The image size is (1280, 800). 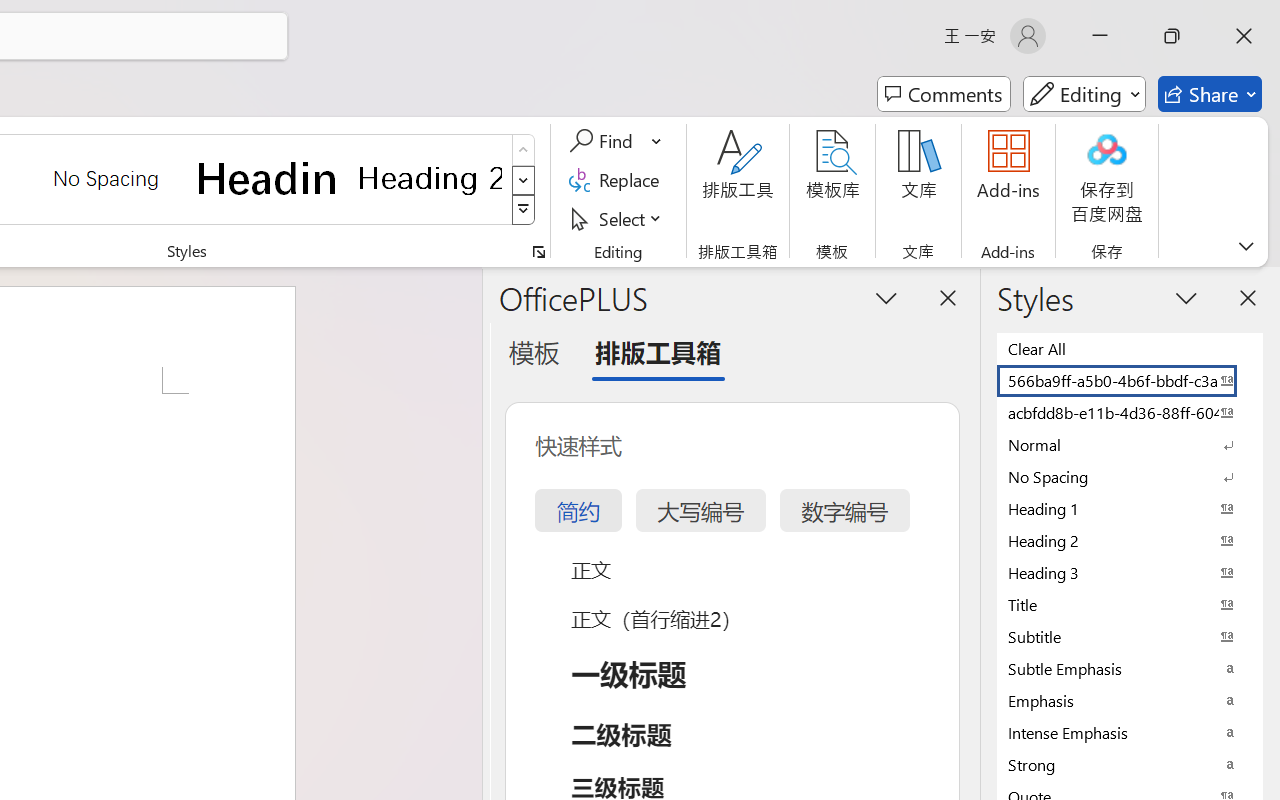 What do you see at coordinates (1209, 94) in the screenshot?
I see `'Share'` at bounding box center [1209, 94].